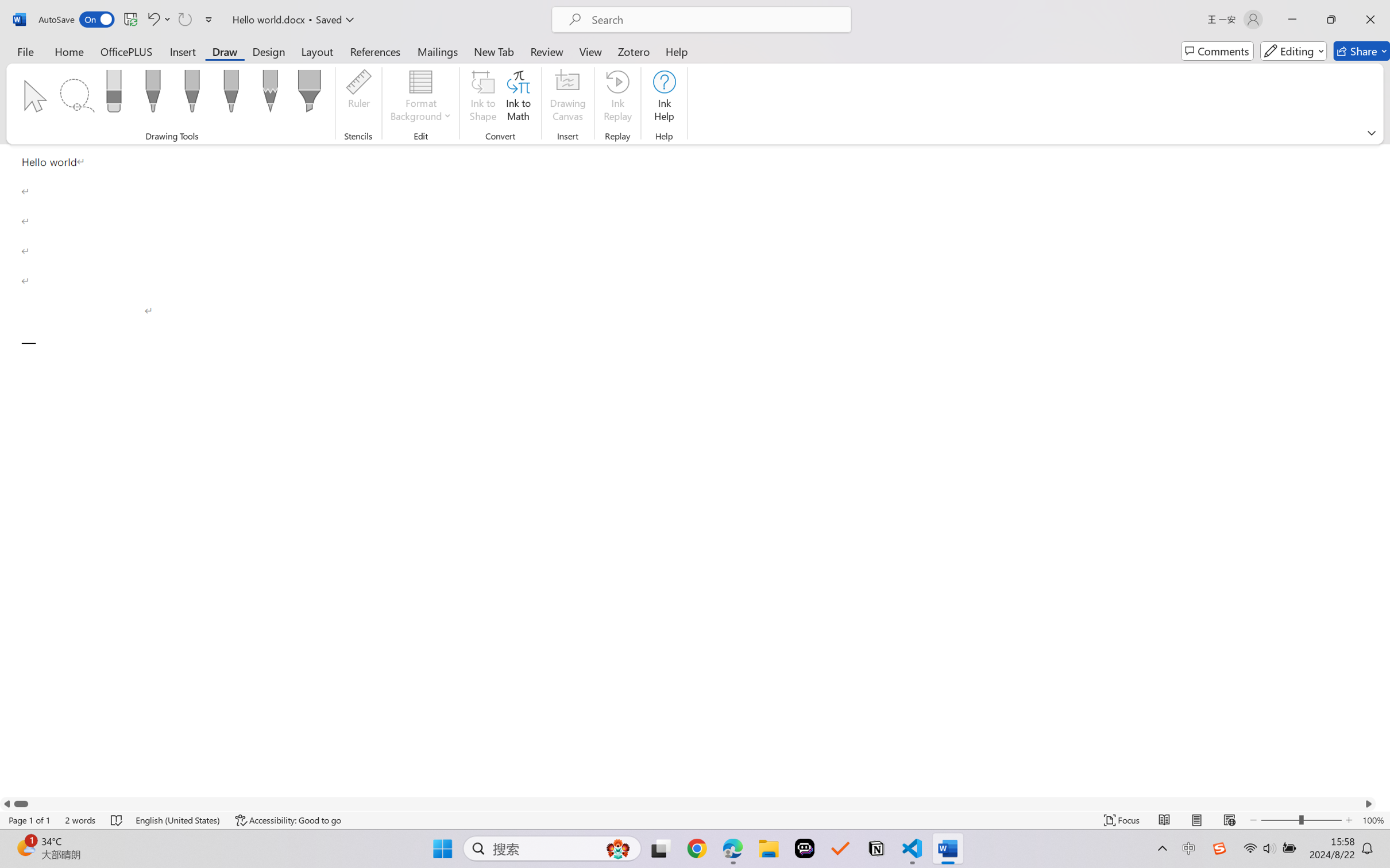 This screenshot has height=868, width=1390. I want to click on 'Web Layout', so click(1229, 820).